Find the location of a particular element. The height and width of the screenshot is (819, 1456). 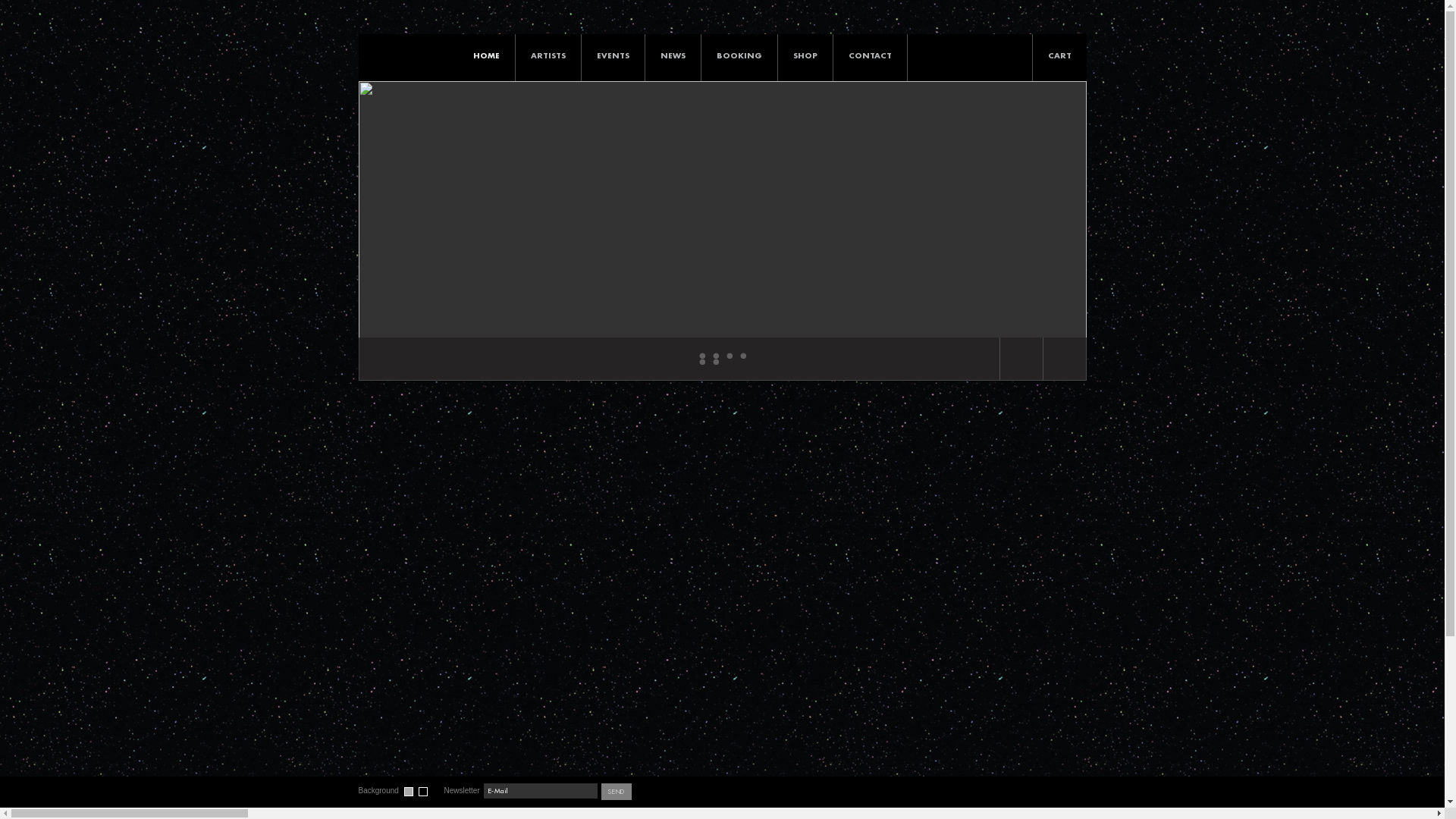

'BOOKING' is located at coordinates (700, 55).